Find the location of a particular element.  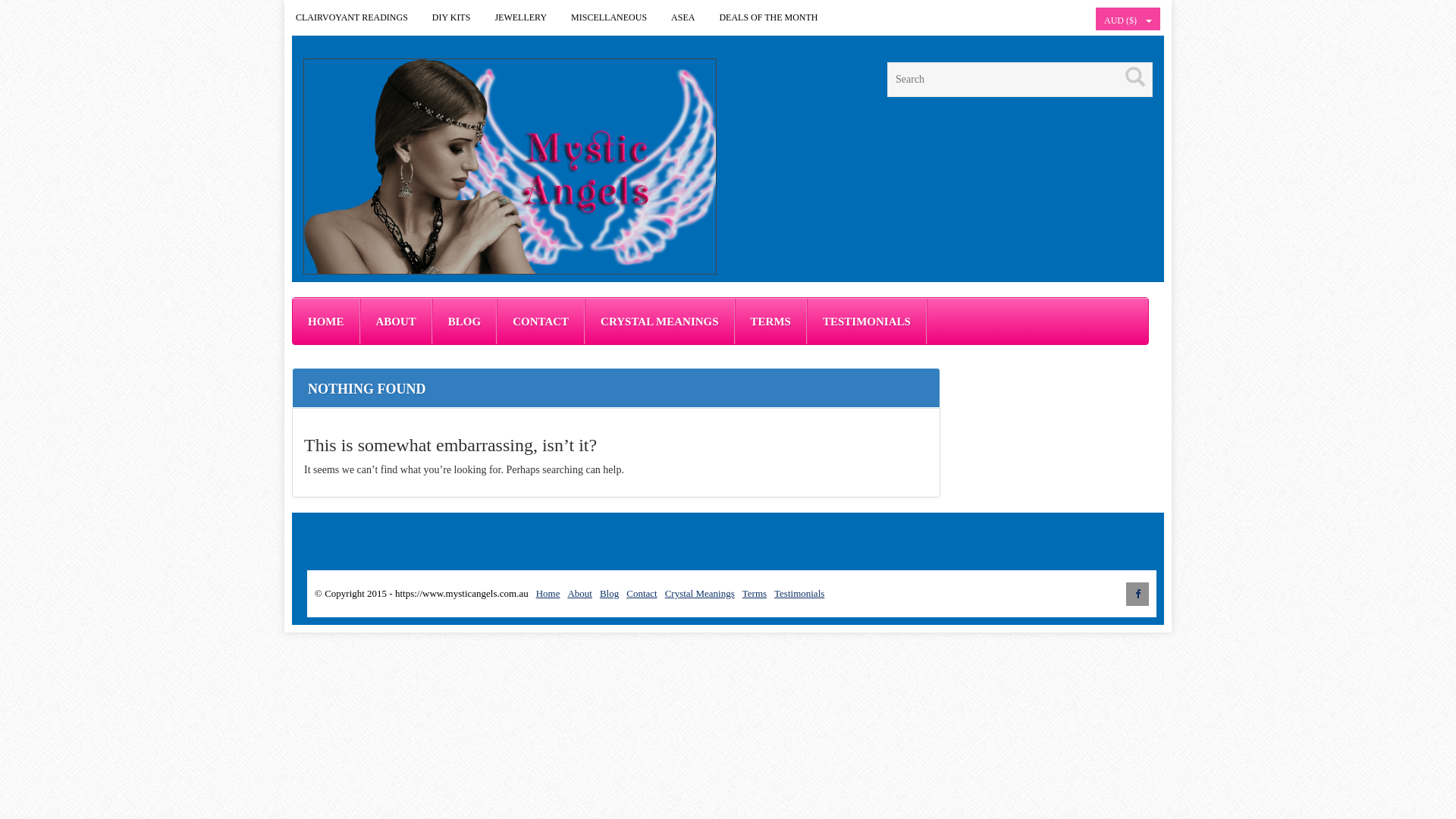

'BLOG' is located at coordinates (431, 321).